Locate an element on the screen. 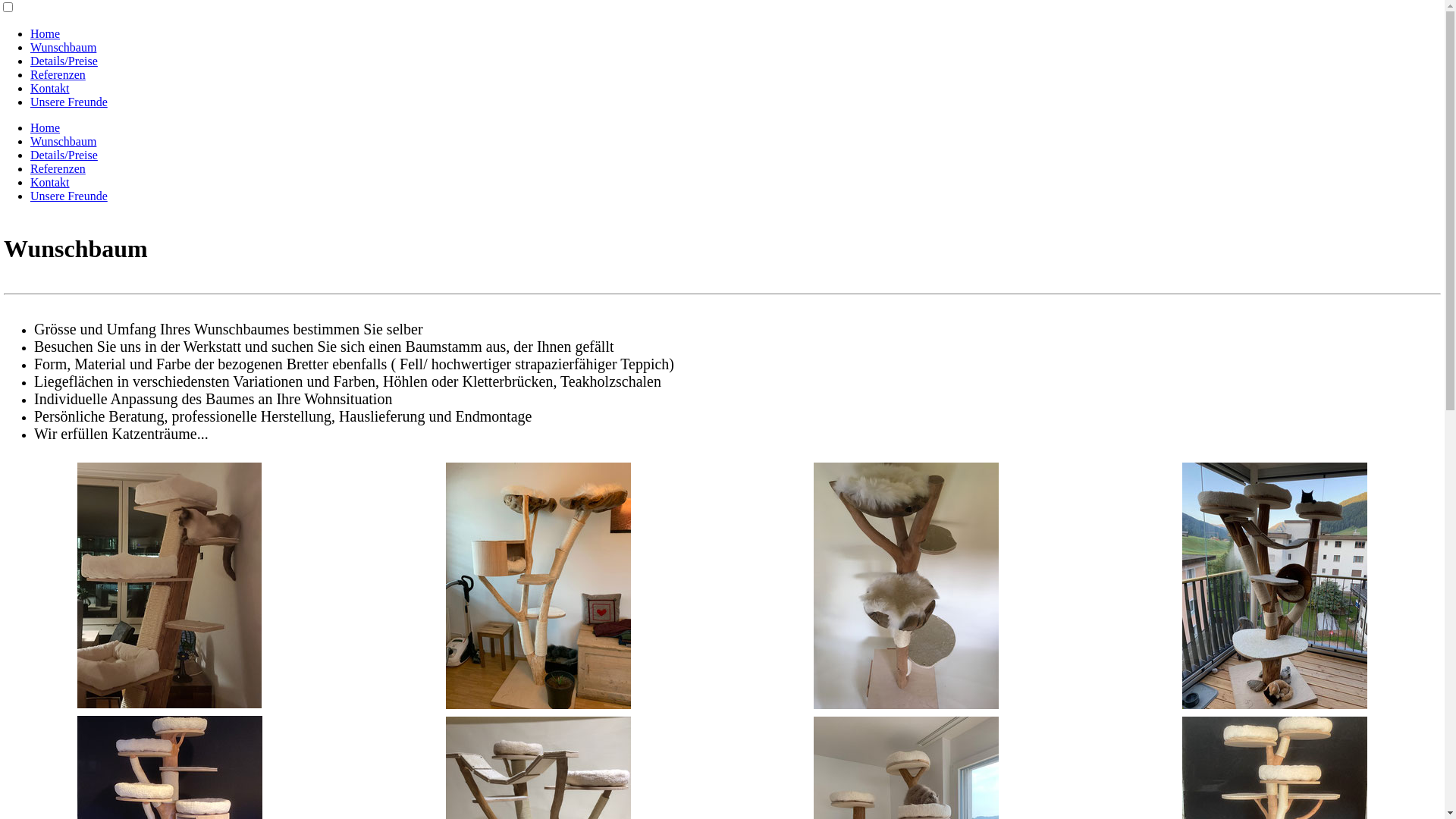 Image resolution: width=1456 pixels, height=819 pixels. 'Home' is located at coordinates (30, 127).